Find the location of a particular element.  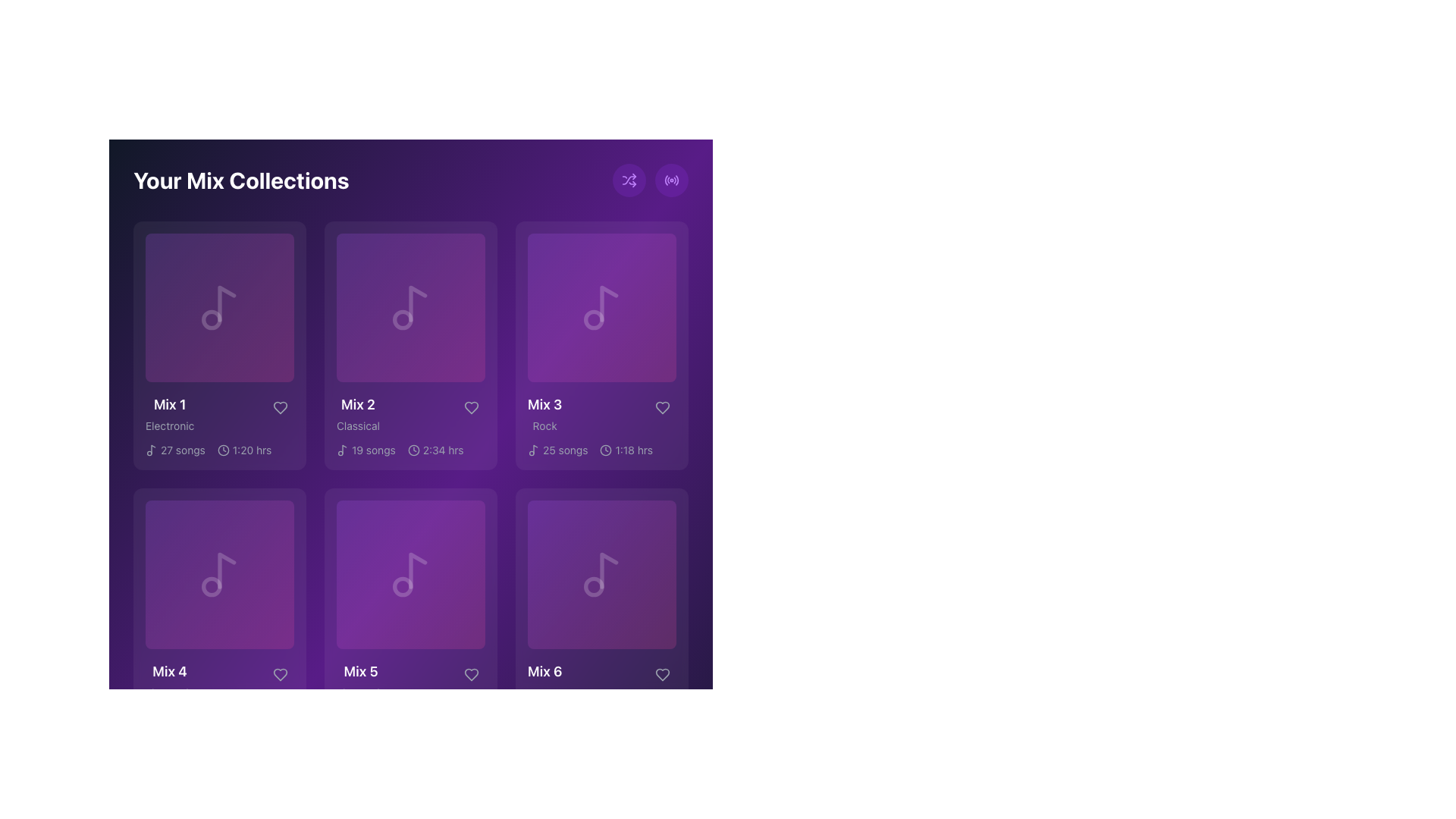

the musical note icon, which is styled with a thin stroke and rounded finish, located in the center of the 'Mix 5' card in the second row and first column of a 2x3 grid of mix cards is located at coordinates (411, 575).